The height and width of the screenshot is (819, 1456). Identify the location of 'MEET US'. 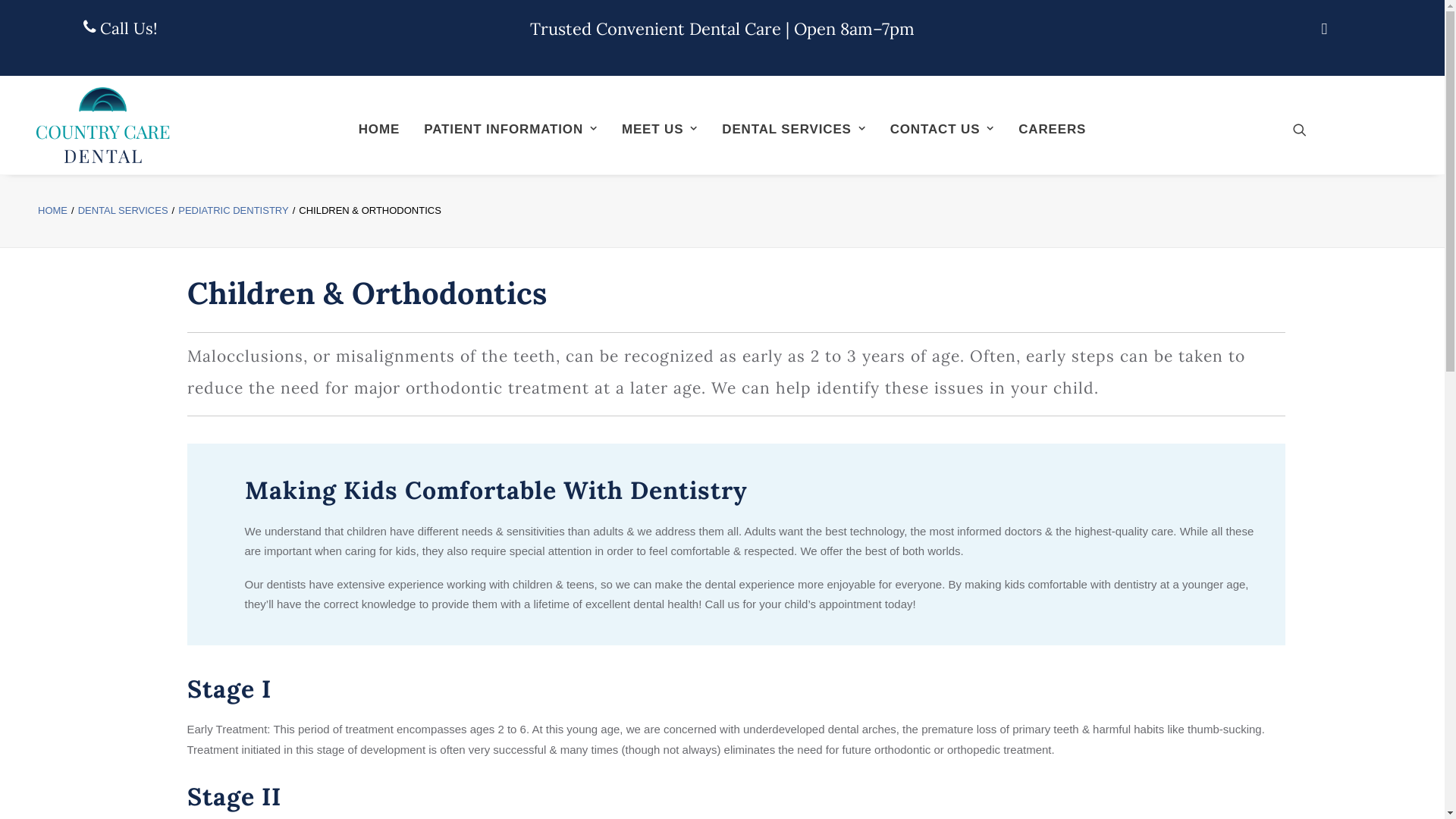
(611, 127).